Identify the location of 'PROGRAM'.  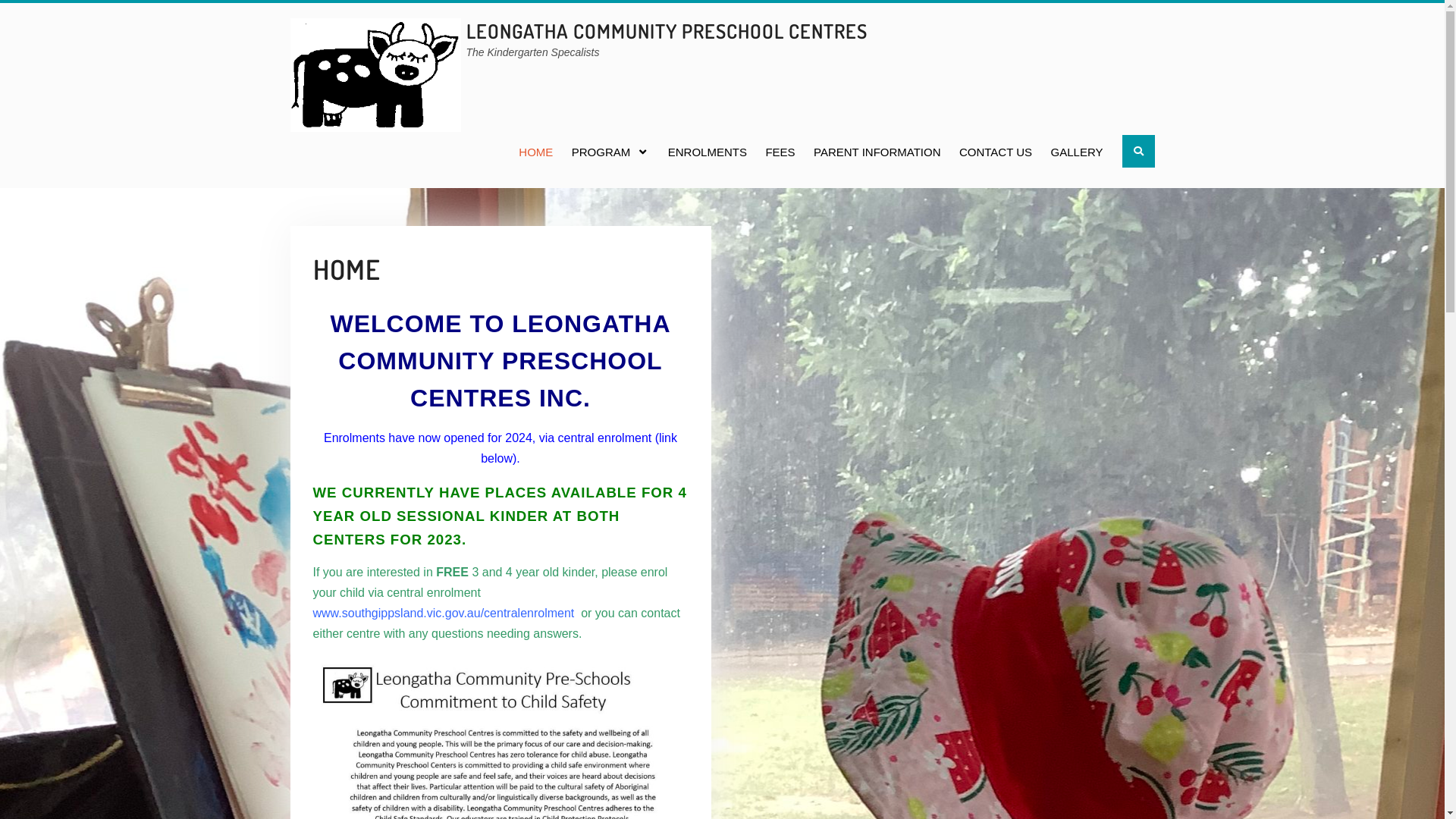
(610, 152).